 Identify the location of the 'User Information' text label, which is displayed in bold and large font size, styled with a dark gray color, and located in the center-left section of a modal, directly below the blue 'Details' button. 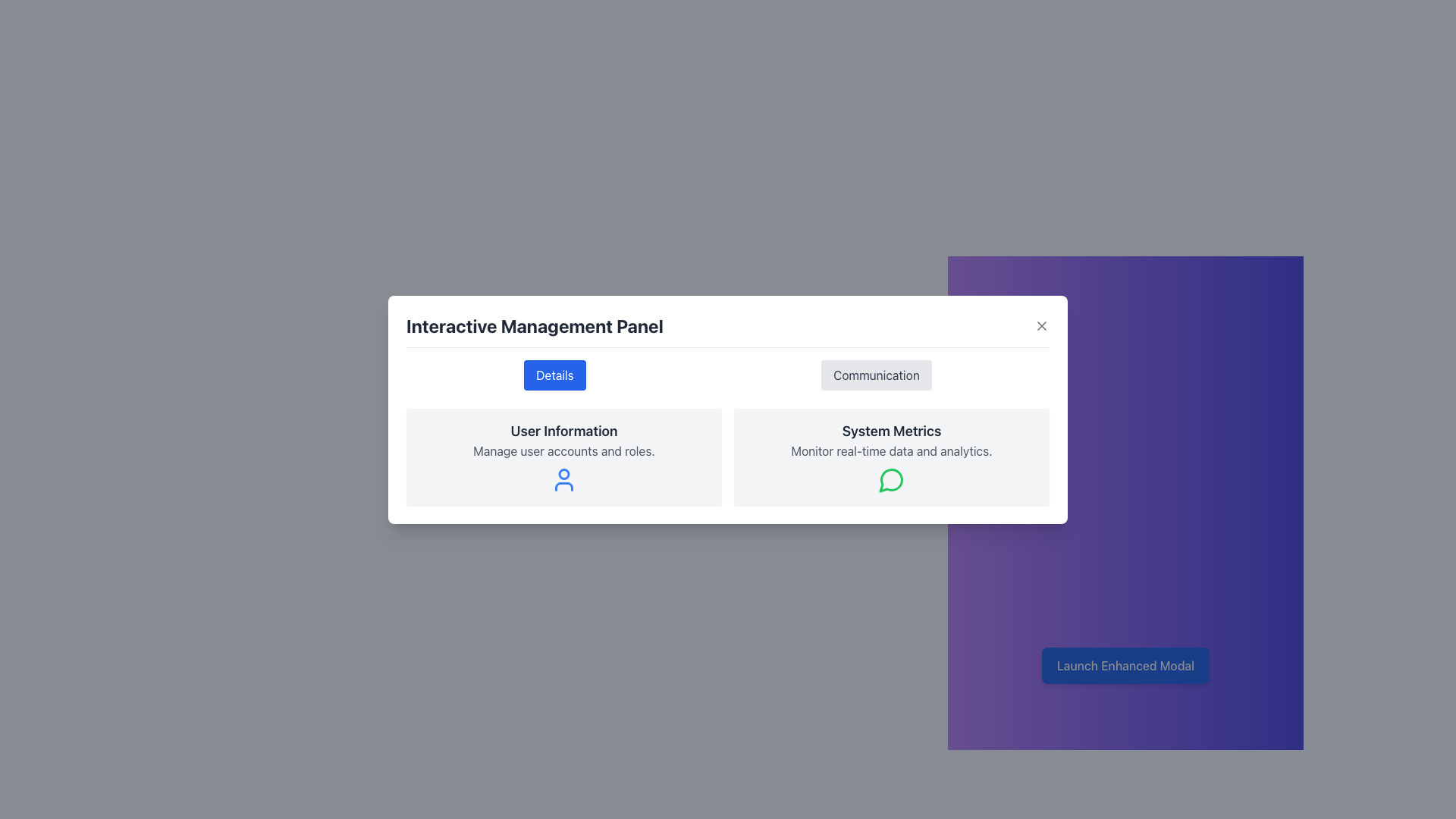
(563, 431).